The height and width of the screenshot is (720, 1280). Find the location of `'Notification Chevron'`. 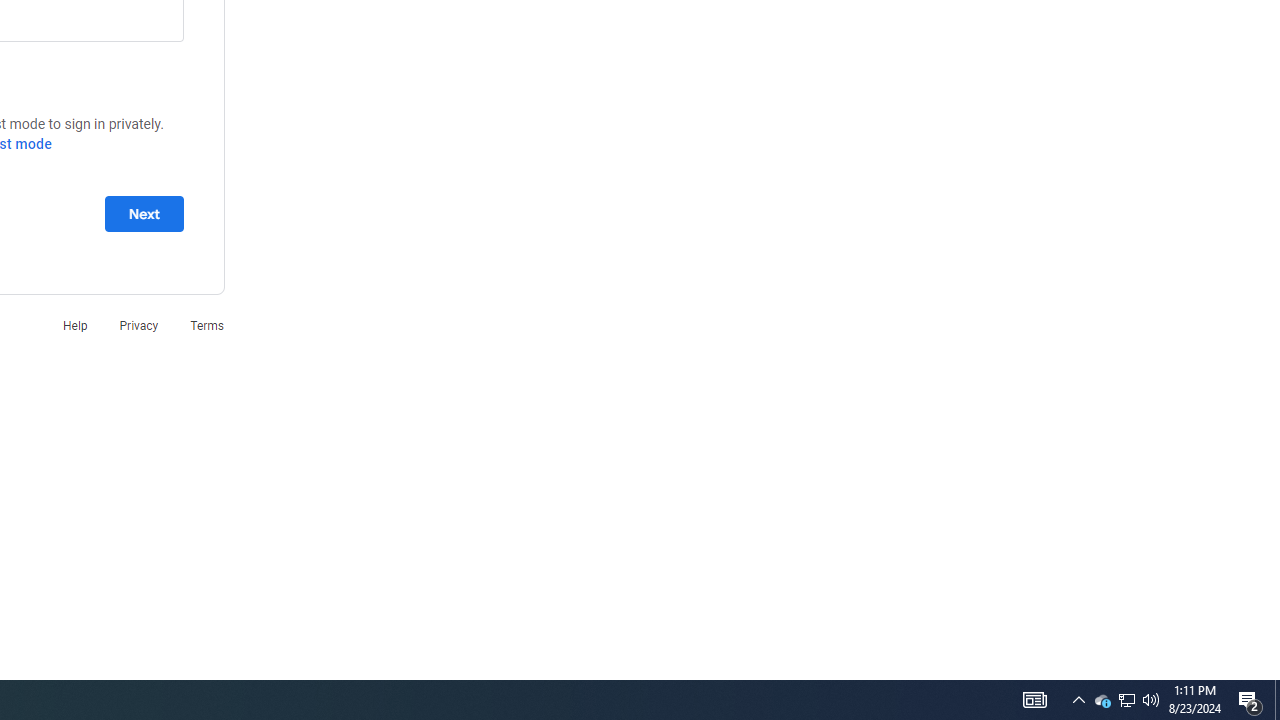

'Notification Chevron' is located at coordinates (1078, 698).